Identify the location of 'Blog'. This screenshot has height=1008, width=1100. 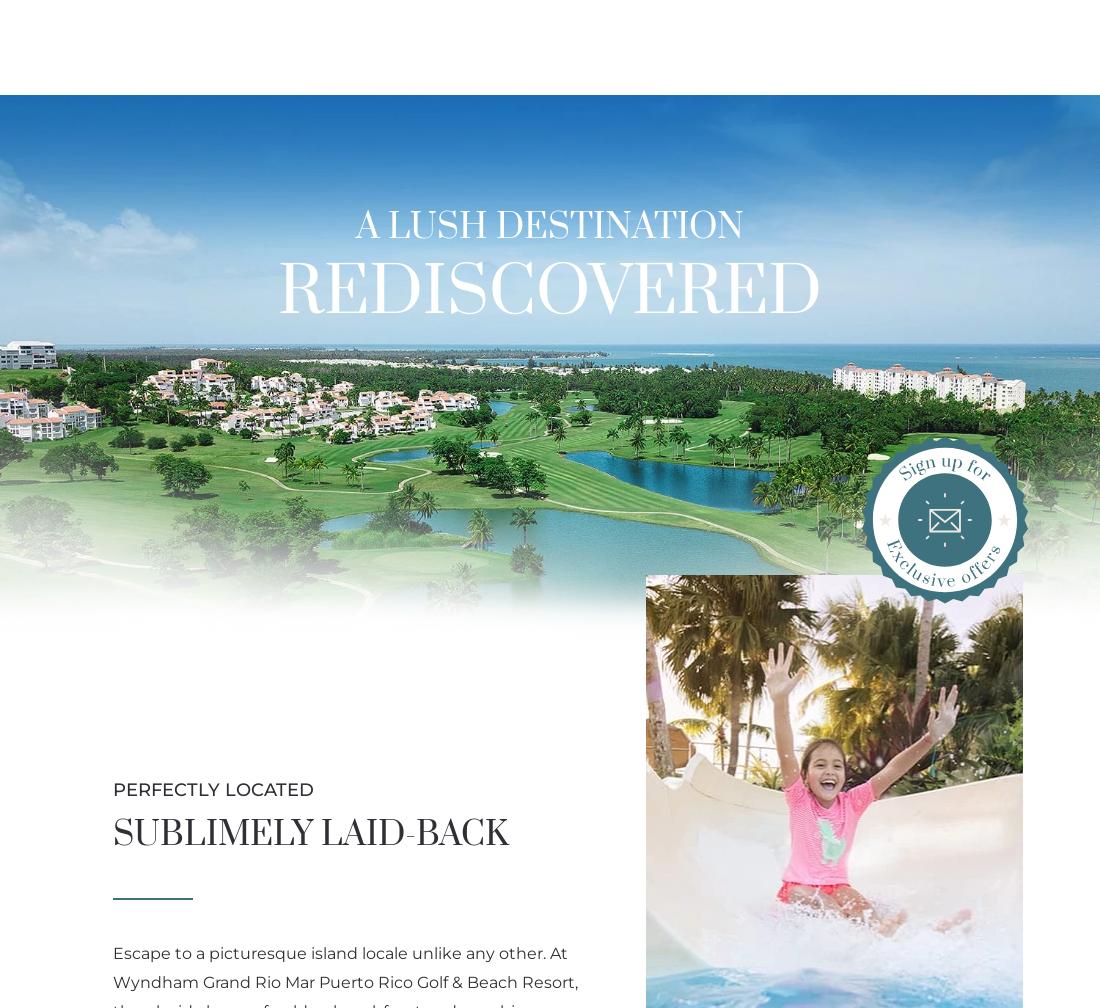
(1063, 81).